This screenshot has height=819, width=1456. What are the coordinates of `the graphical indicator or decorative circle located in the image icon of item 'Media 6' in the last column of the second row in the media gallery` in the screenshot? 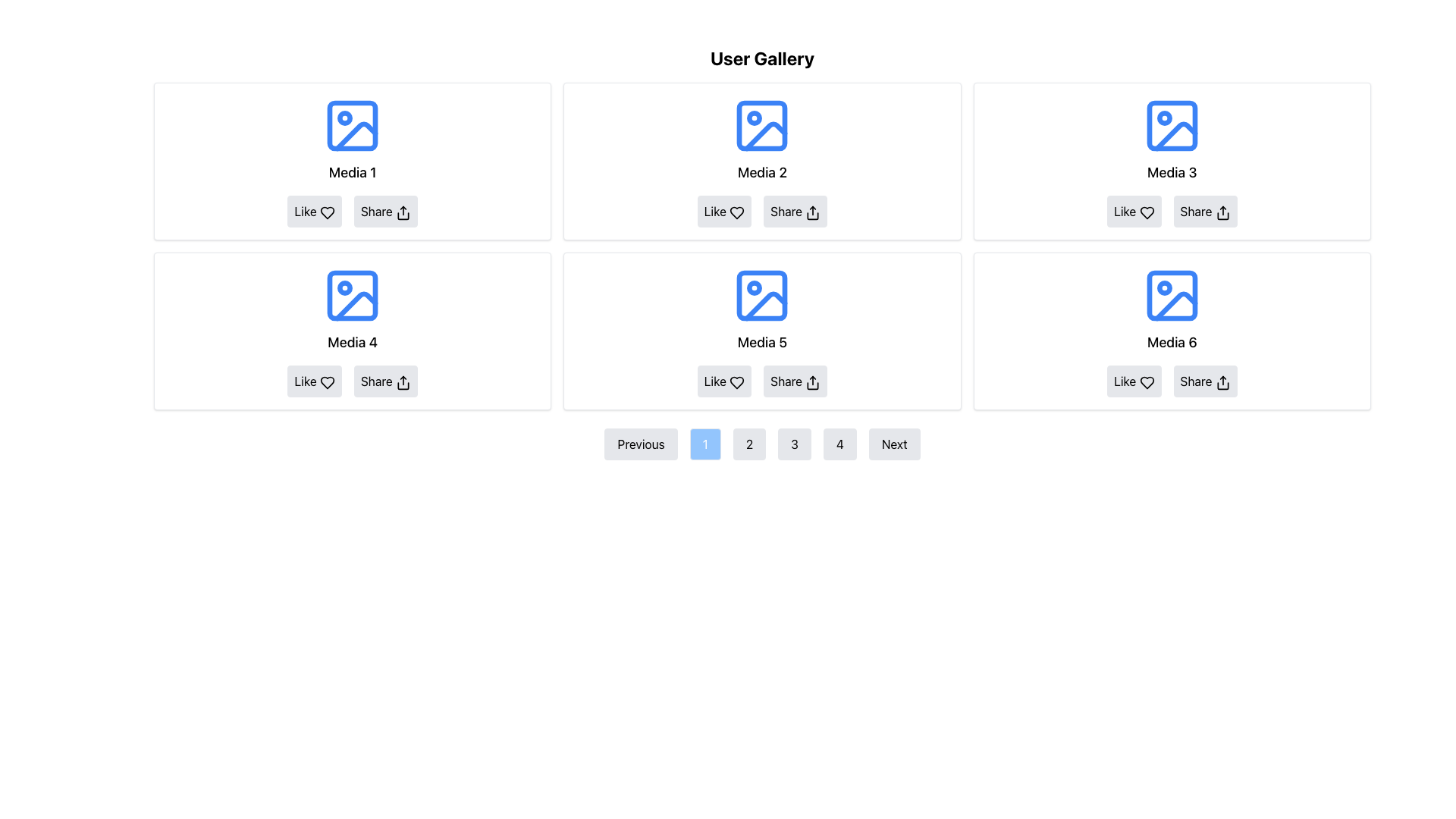 It's located at (1163, 288).